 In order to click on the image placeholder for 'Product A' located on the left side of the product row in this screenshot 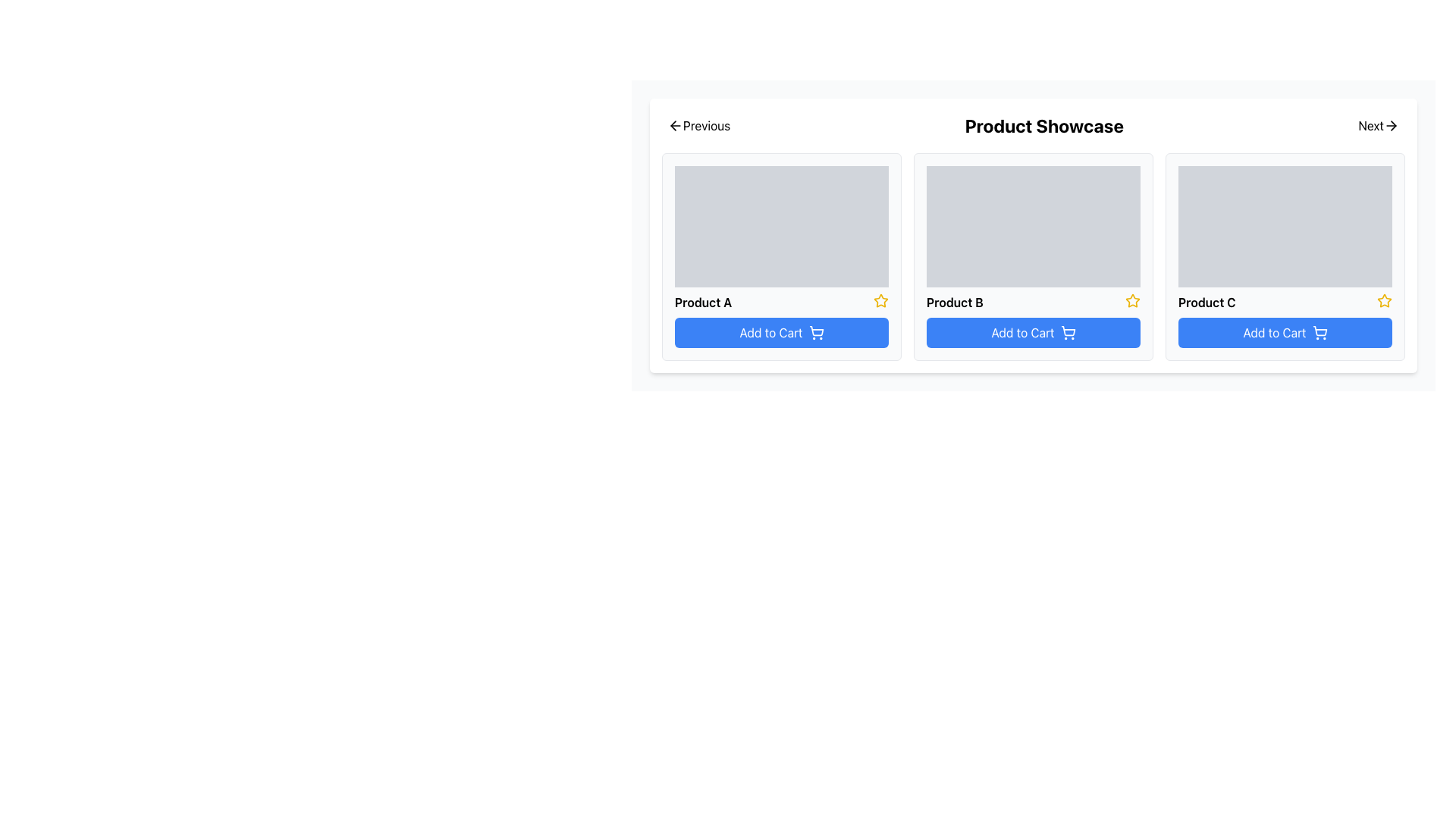, I will do `click(782, 227)`.